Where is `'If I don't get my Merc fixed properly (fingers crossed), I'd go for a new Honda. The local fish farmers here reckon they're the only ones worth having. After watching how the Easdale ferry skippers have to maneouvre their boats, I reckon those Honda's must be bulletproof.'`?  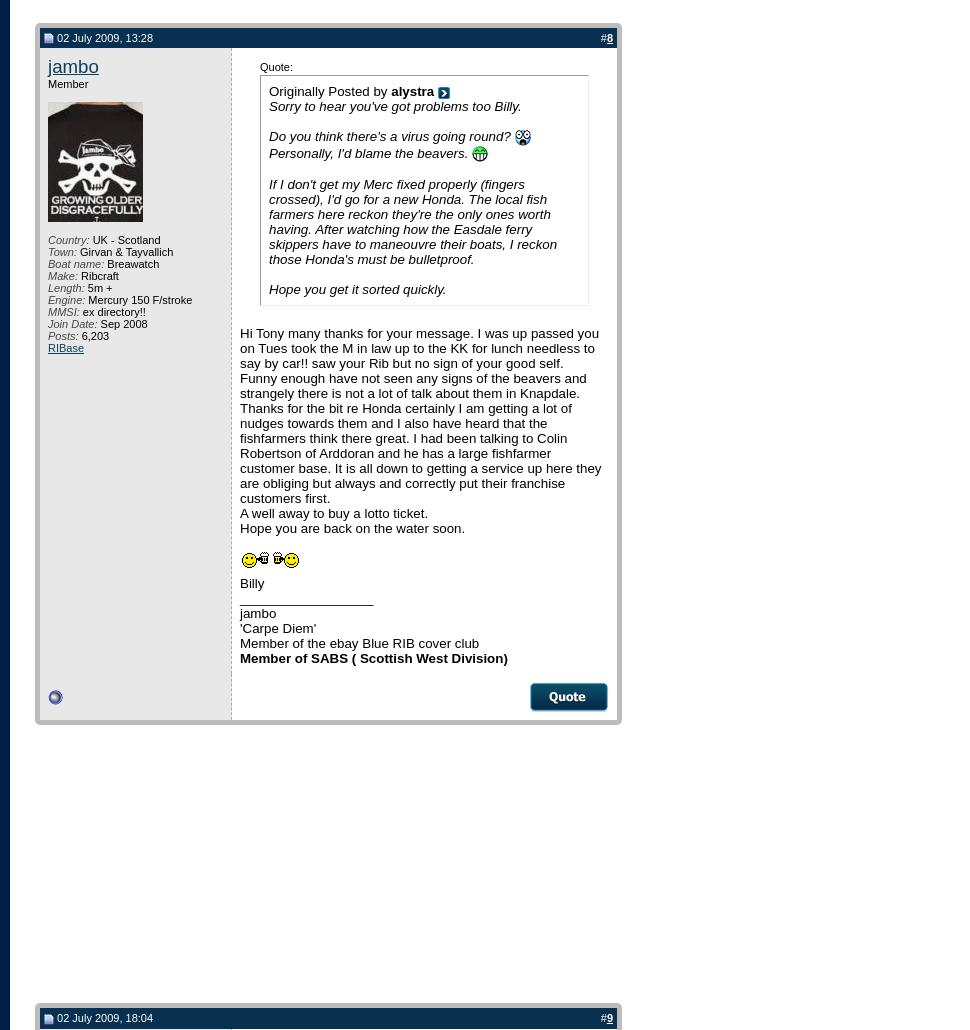
'If I don't get my Merc fixed properly (fingers crossed), I'd go for a new Honda. The local fish farmers here reckon they're the only ones worth having. After watching how the Easdale ferry skippers have to maneouvre their boats, I reckon those Honda's must be bulletproof.' is located at coordinates (413, 221).